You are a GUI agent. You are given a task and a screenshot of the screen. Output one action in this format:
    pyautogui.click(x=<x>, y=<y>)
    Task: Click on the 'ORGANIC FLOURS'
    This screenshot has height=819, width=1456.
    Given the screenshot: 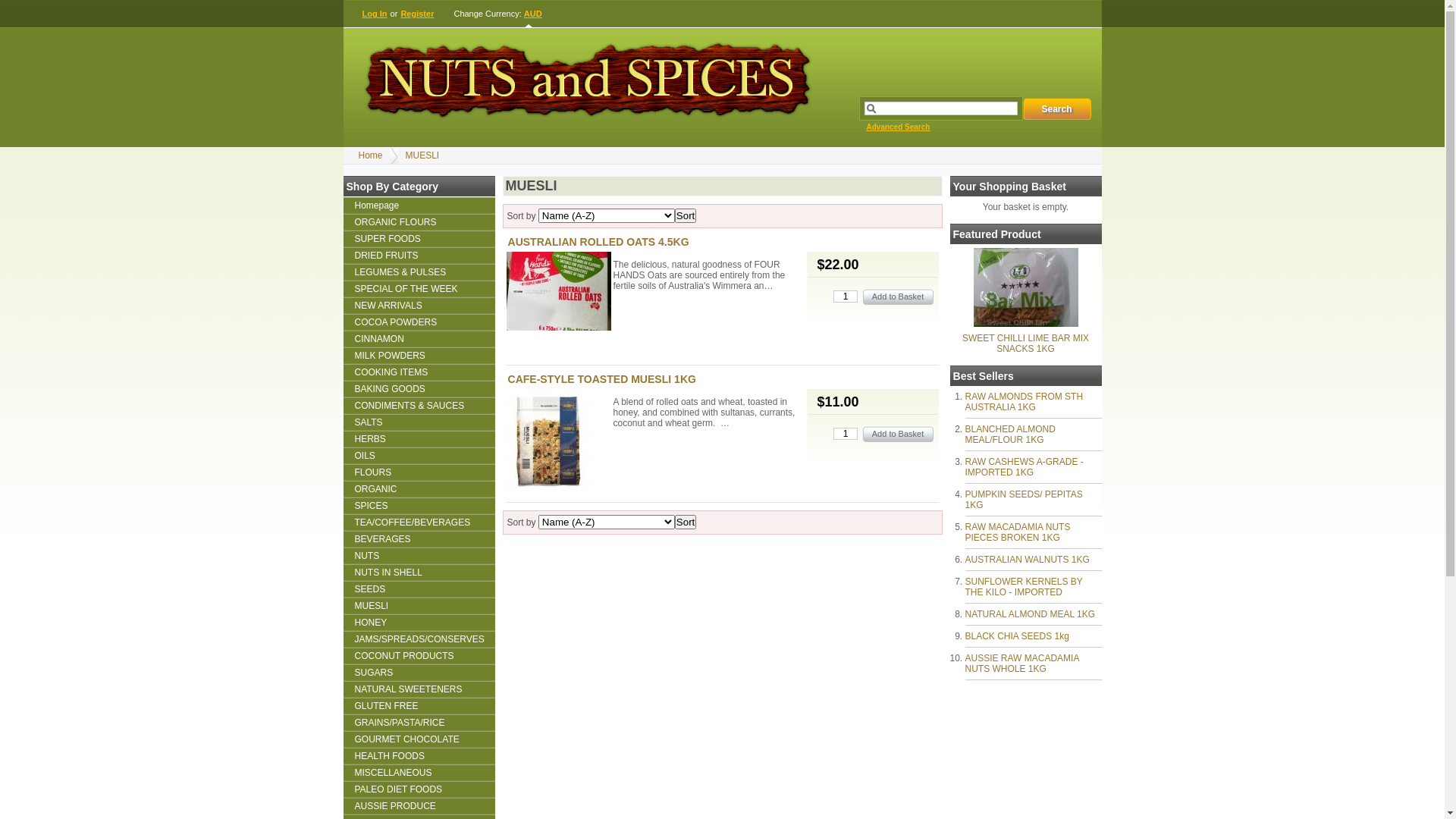 What is the action you would take?
    pyautogui.click(x=419, y=222)
    